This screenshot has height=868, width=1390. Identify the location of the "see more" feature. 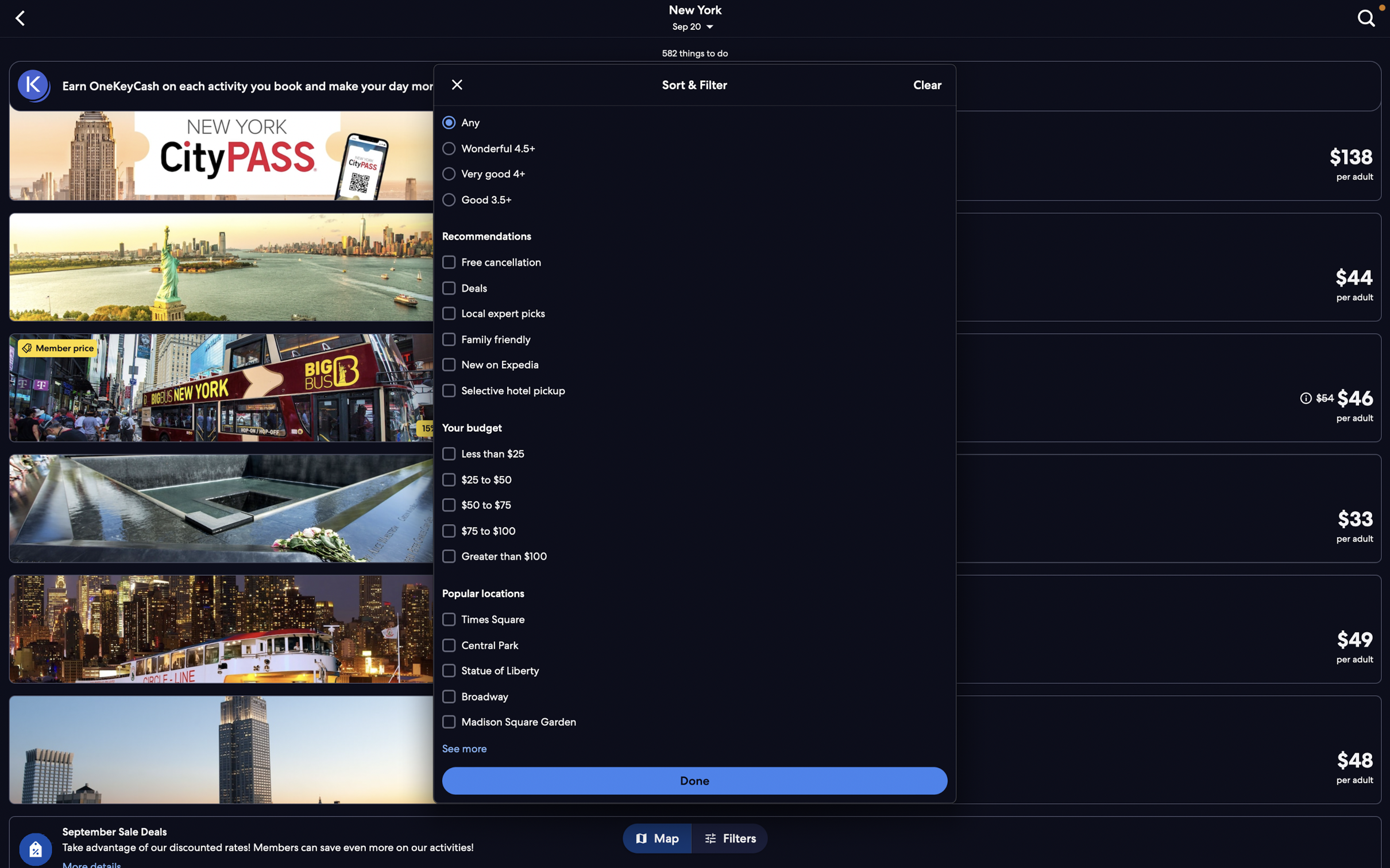
(464, 749).